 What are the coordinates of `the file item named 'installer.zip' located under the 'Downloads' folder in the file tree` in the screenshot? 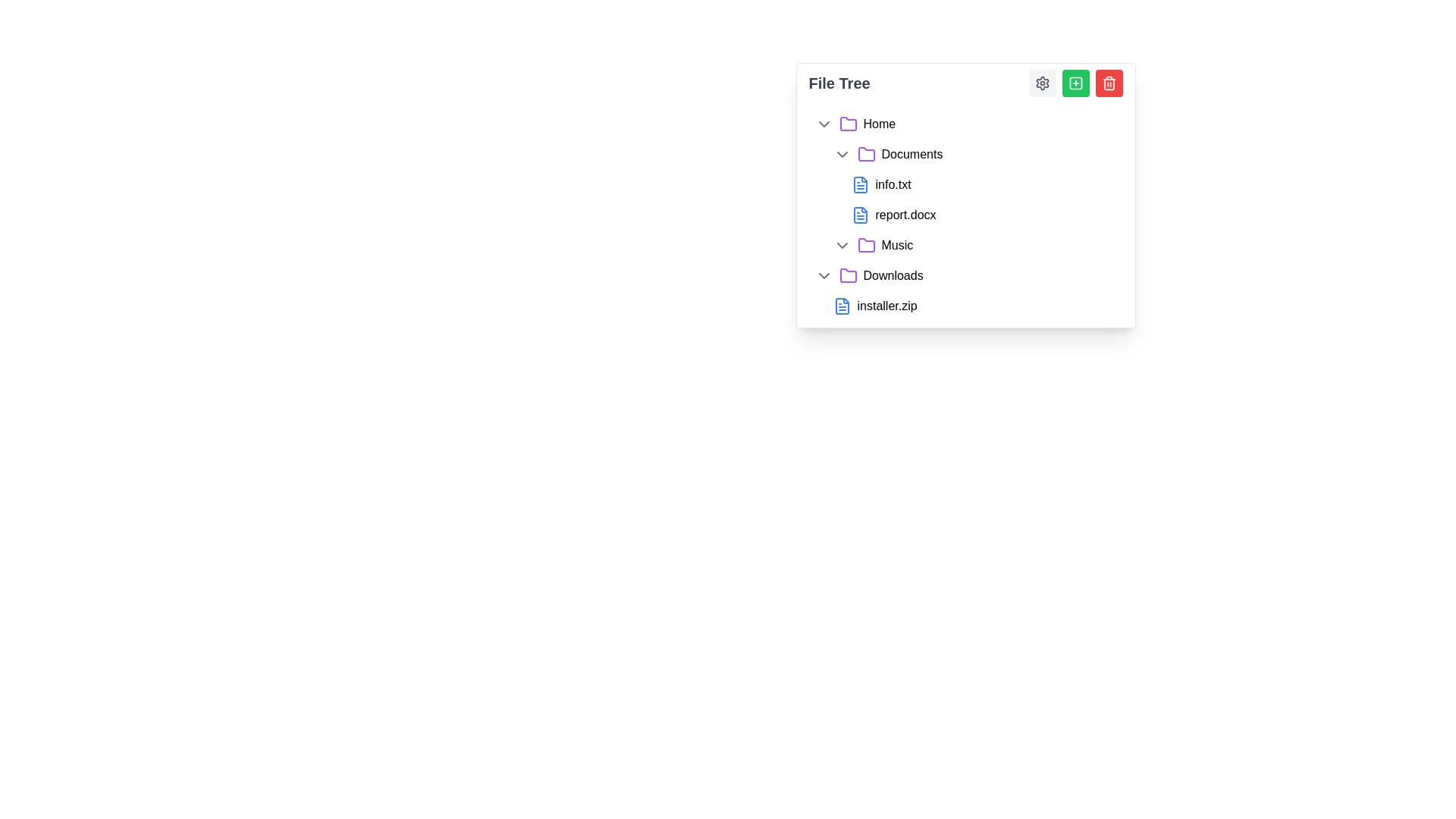 It's located at (974, 306).